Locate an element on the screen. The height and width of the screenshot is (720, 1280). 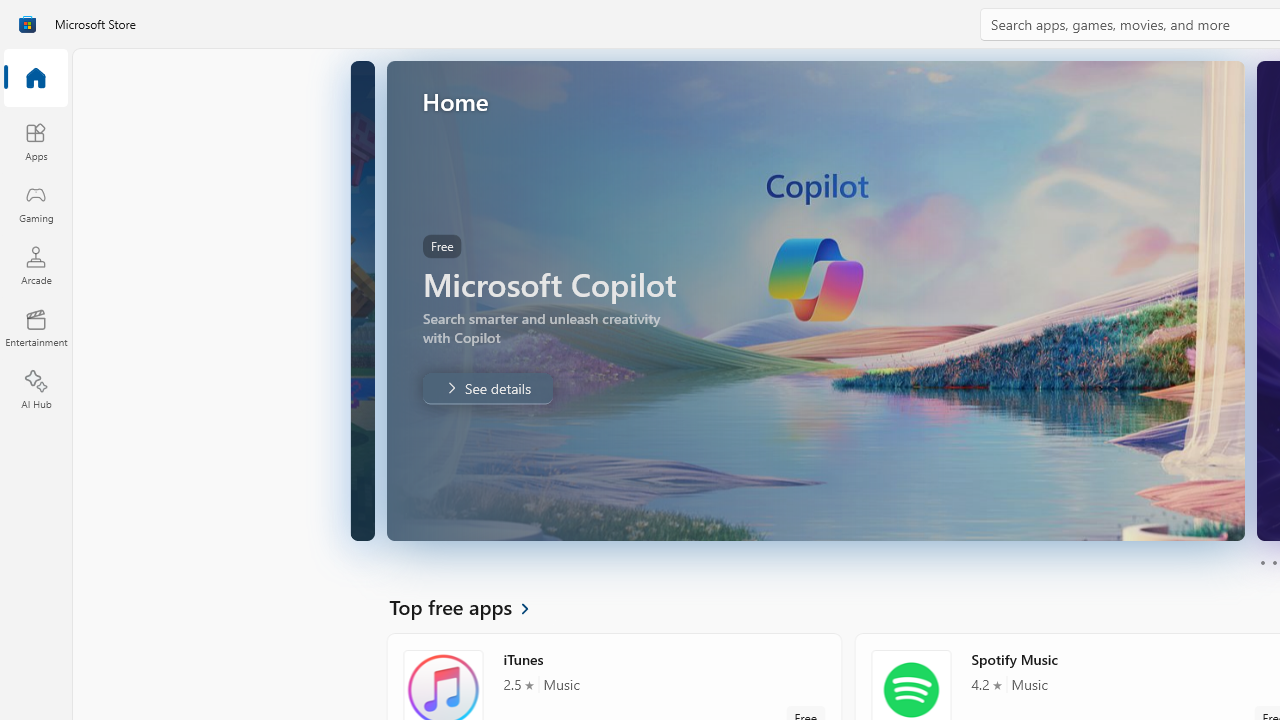
'Home' is located at coordinates (35, 78).